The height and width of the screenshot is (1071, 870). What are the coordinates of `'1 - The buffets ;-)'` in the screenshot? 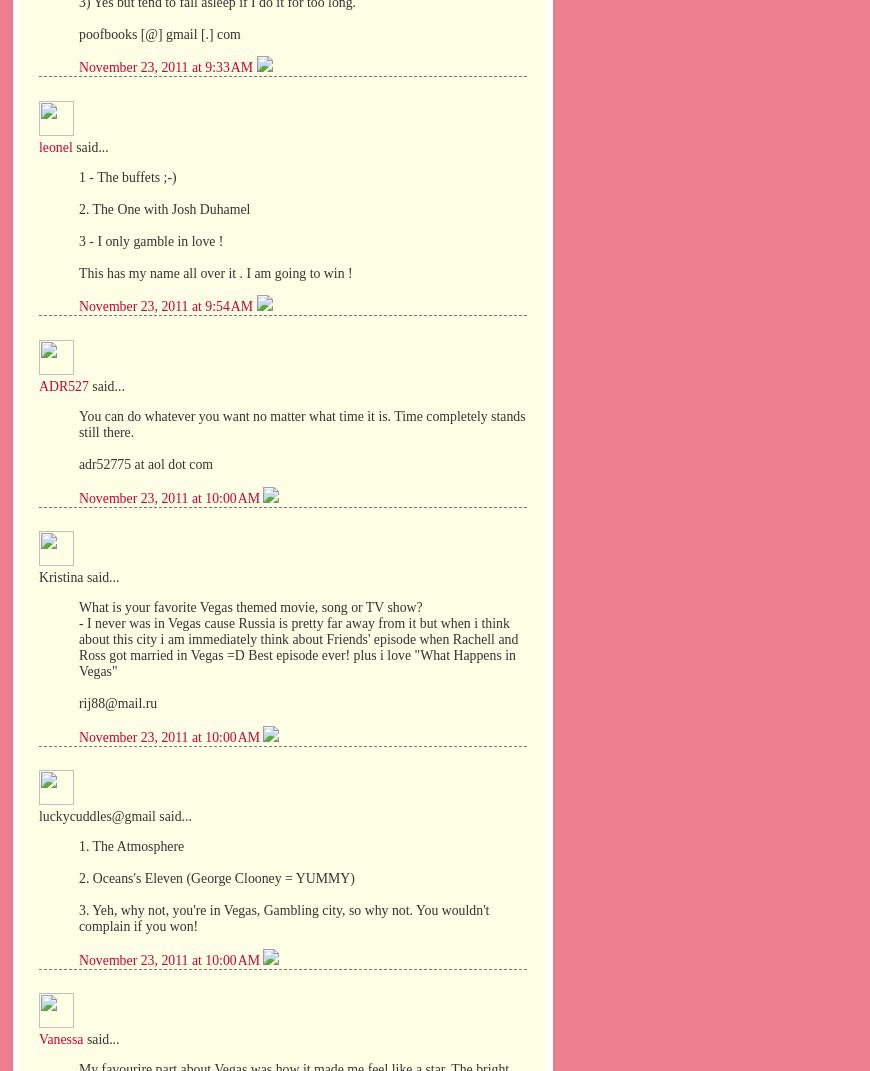 It's located at (126, 175).